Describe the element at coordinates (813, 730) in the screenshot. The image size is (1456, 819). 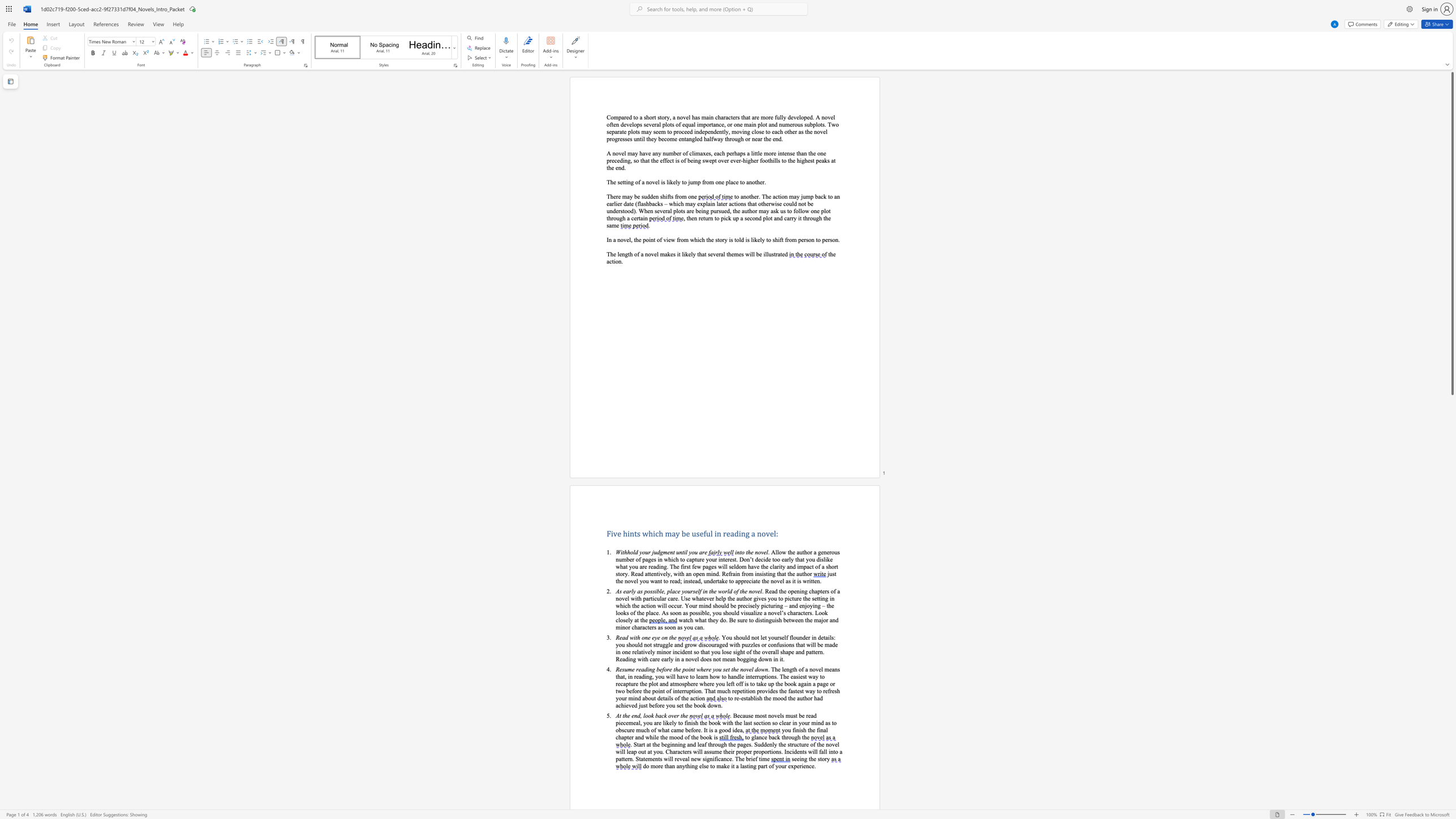
I see `the 1th character "e" in the text` at that location.